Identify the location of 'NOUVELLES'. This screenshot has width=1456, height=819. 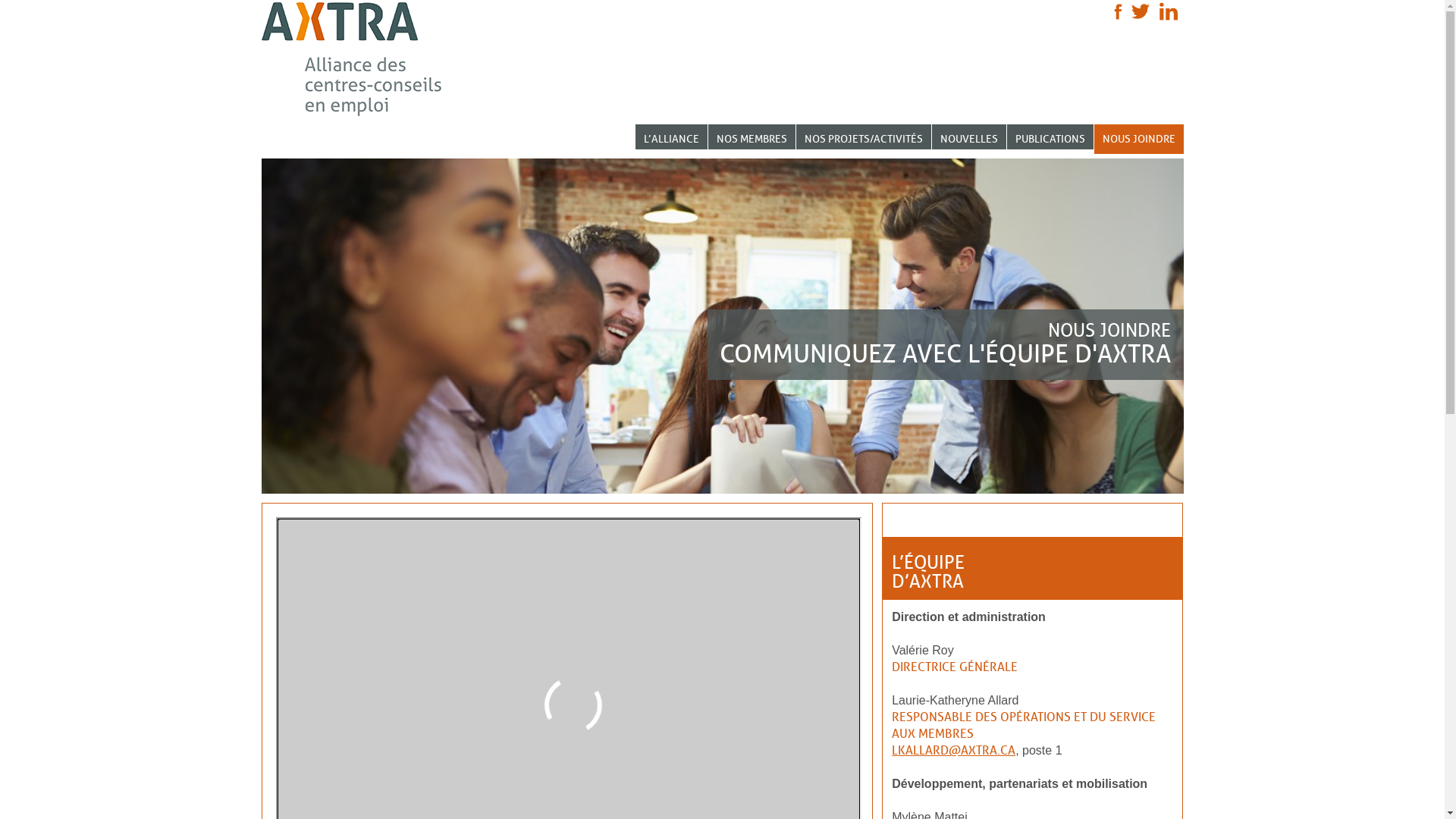
(967, 136).